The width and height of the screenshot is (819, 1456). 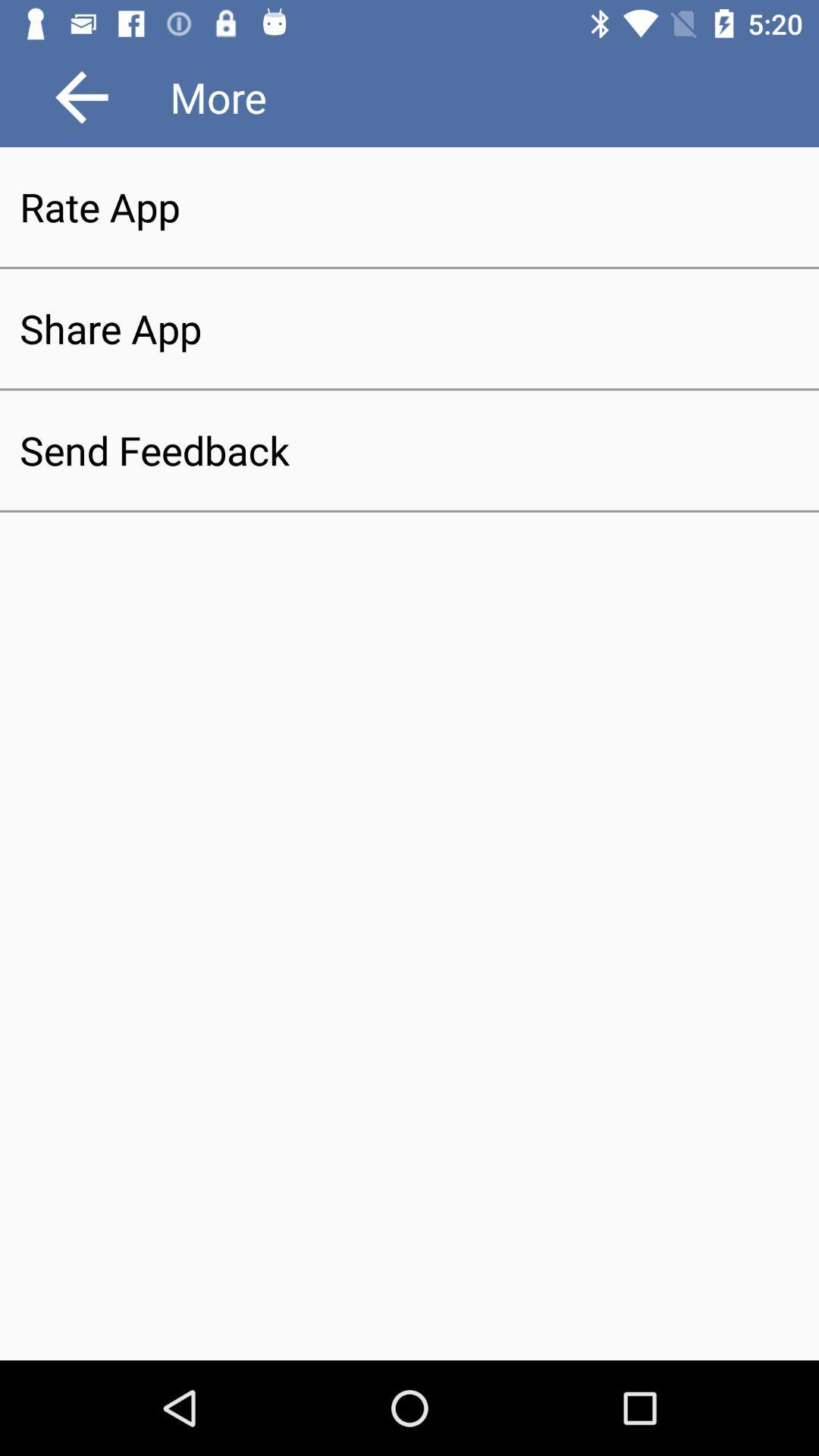 I want to click on share app item, so click(x=409, y=328).